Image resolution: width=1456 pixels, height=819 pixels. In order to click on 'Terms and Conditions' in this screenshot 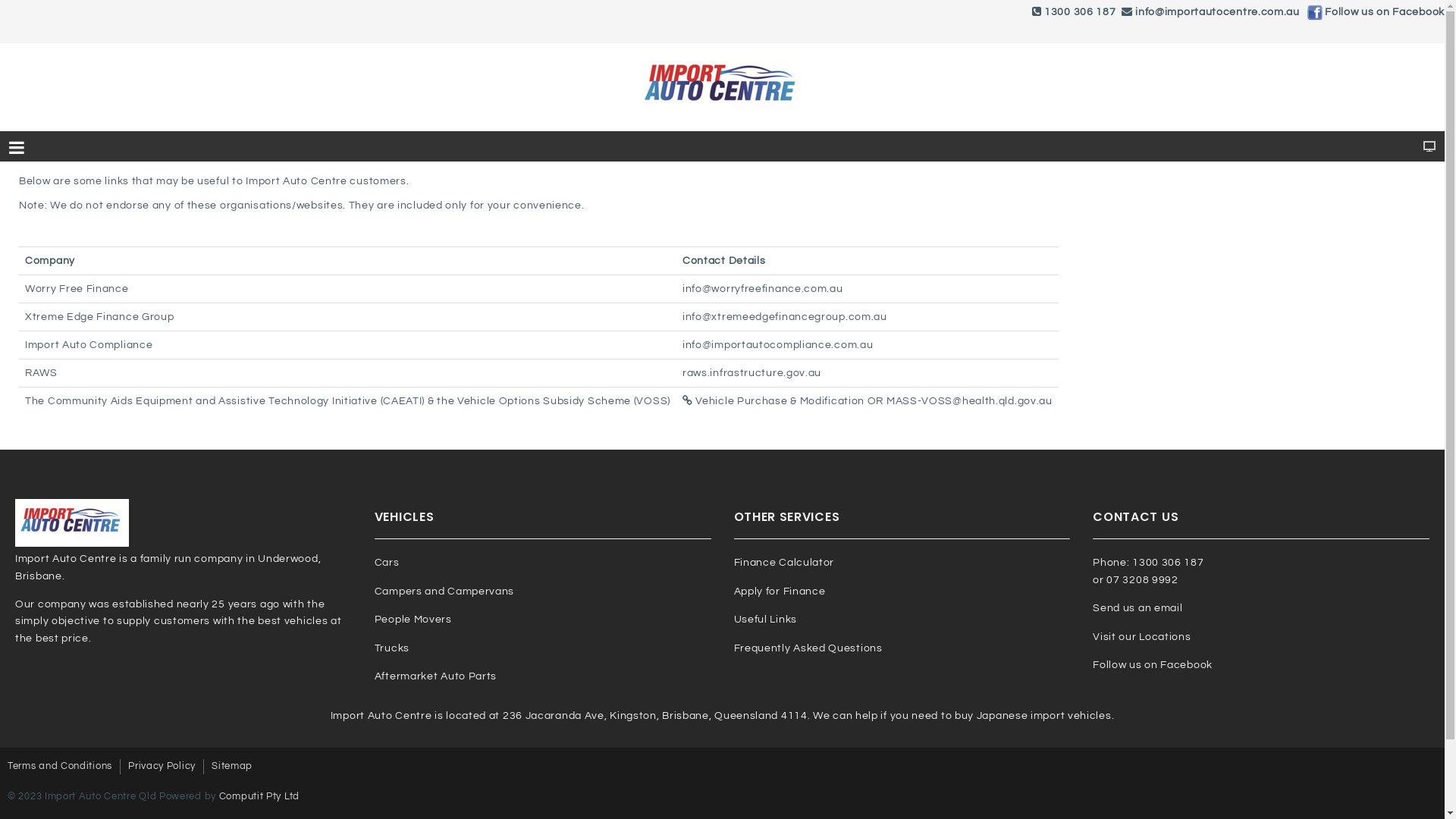, I will do `click(59, 766)`.